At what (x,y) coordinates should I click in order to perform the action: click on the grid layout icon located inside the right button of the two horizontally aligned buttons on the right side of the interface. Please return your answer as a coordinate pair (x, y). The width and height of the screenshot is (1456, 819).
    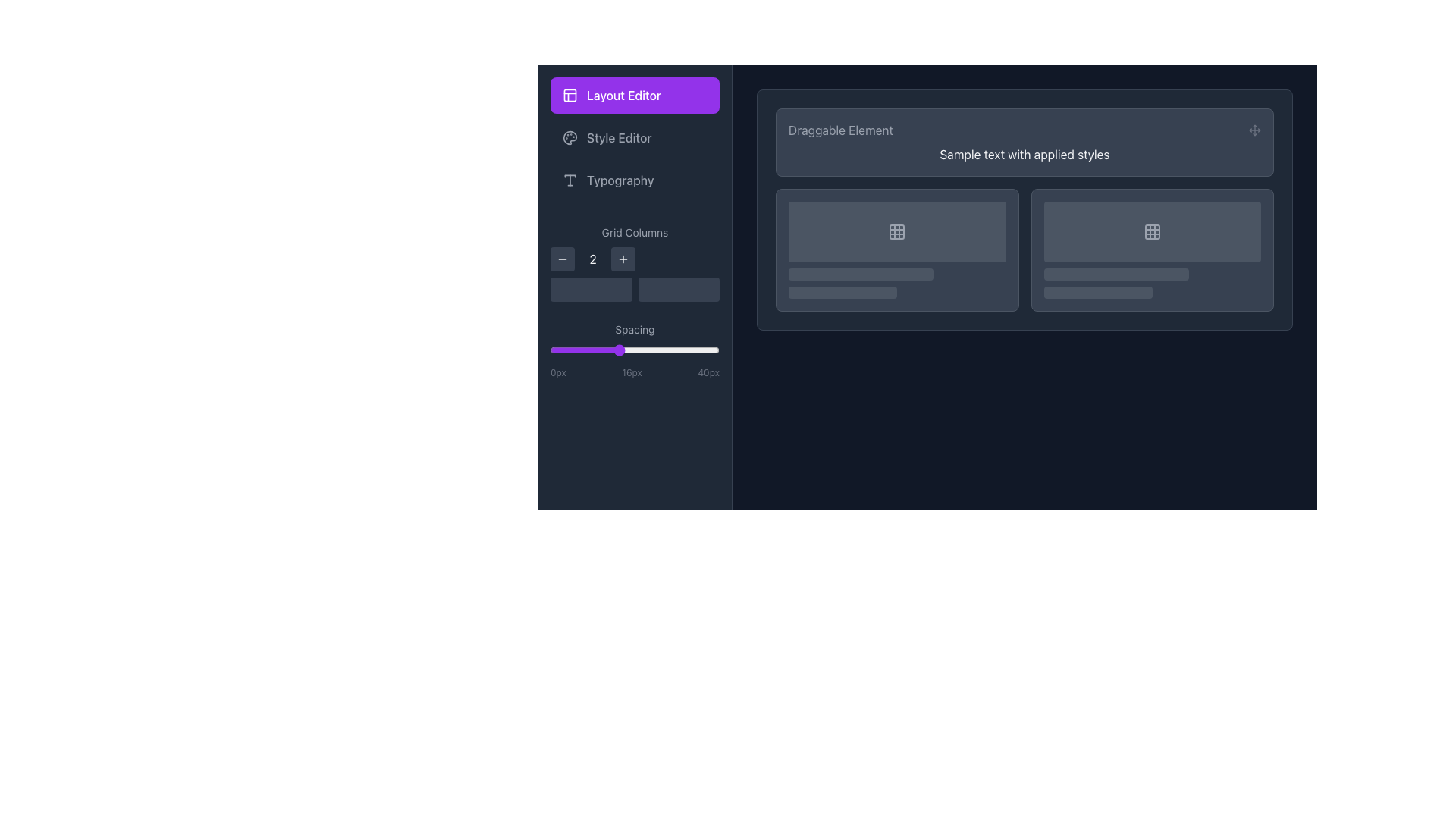
    Looking at the image, I should click on (897, 231).